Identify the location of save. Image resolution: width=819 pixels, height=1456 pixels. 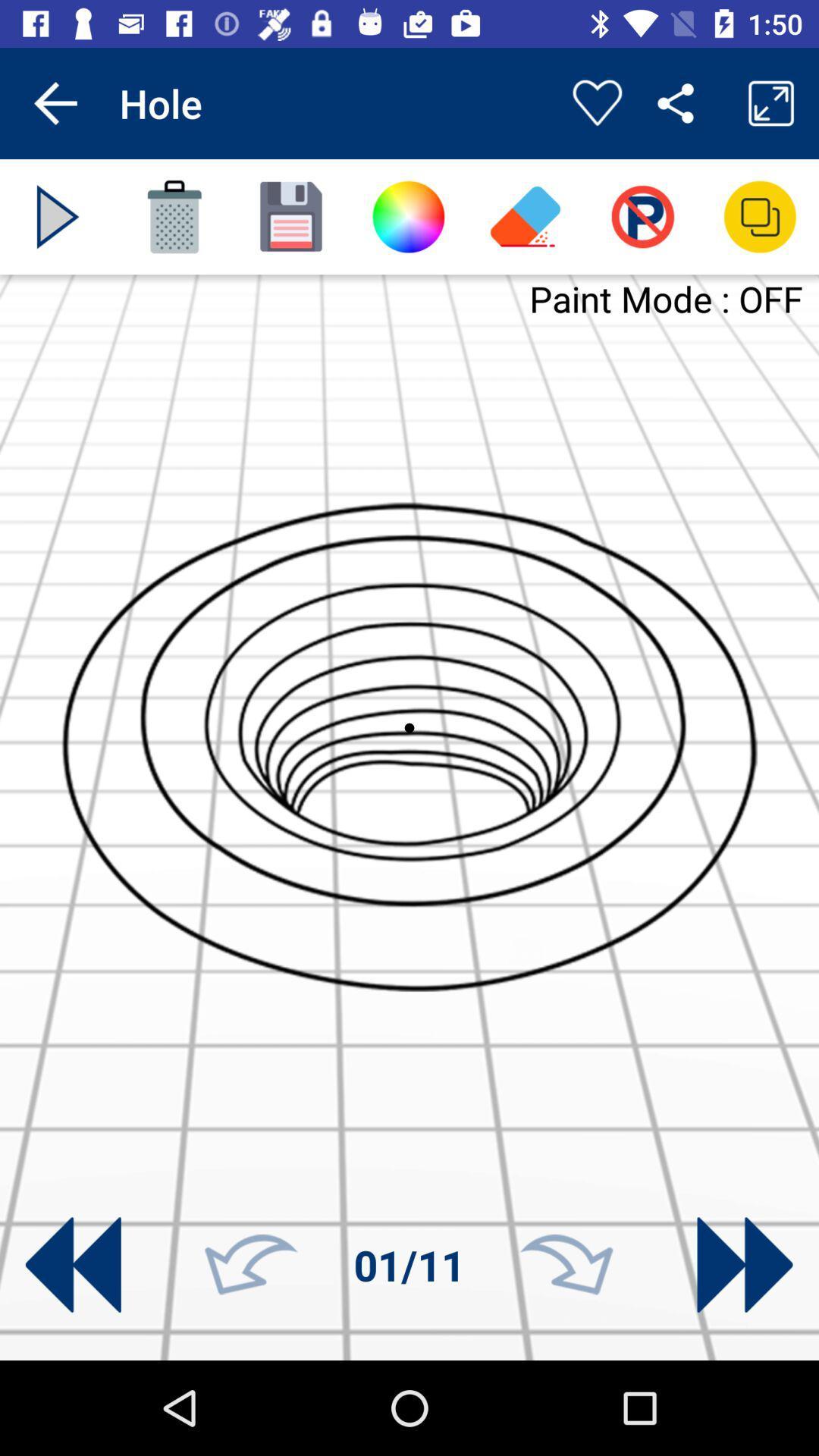
(291, 216).